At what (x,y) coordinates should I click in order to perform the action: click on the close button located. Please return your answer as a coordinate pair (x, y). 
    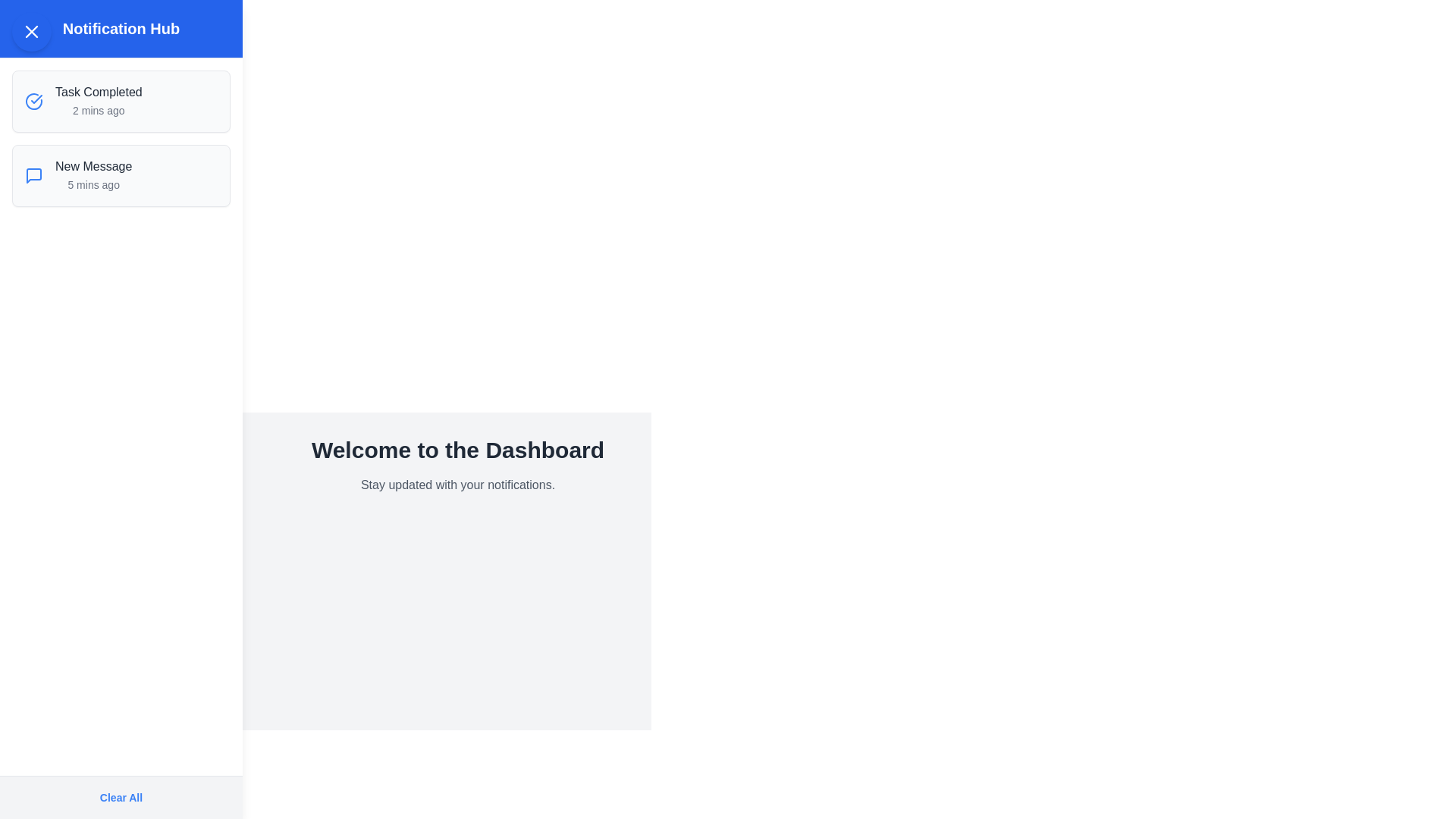
    Looking at the image, I should click on (32, 32).